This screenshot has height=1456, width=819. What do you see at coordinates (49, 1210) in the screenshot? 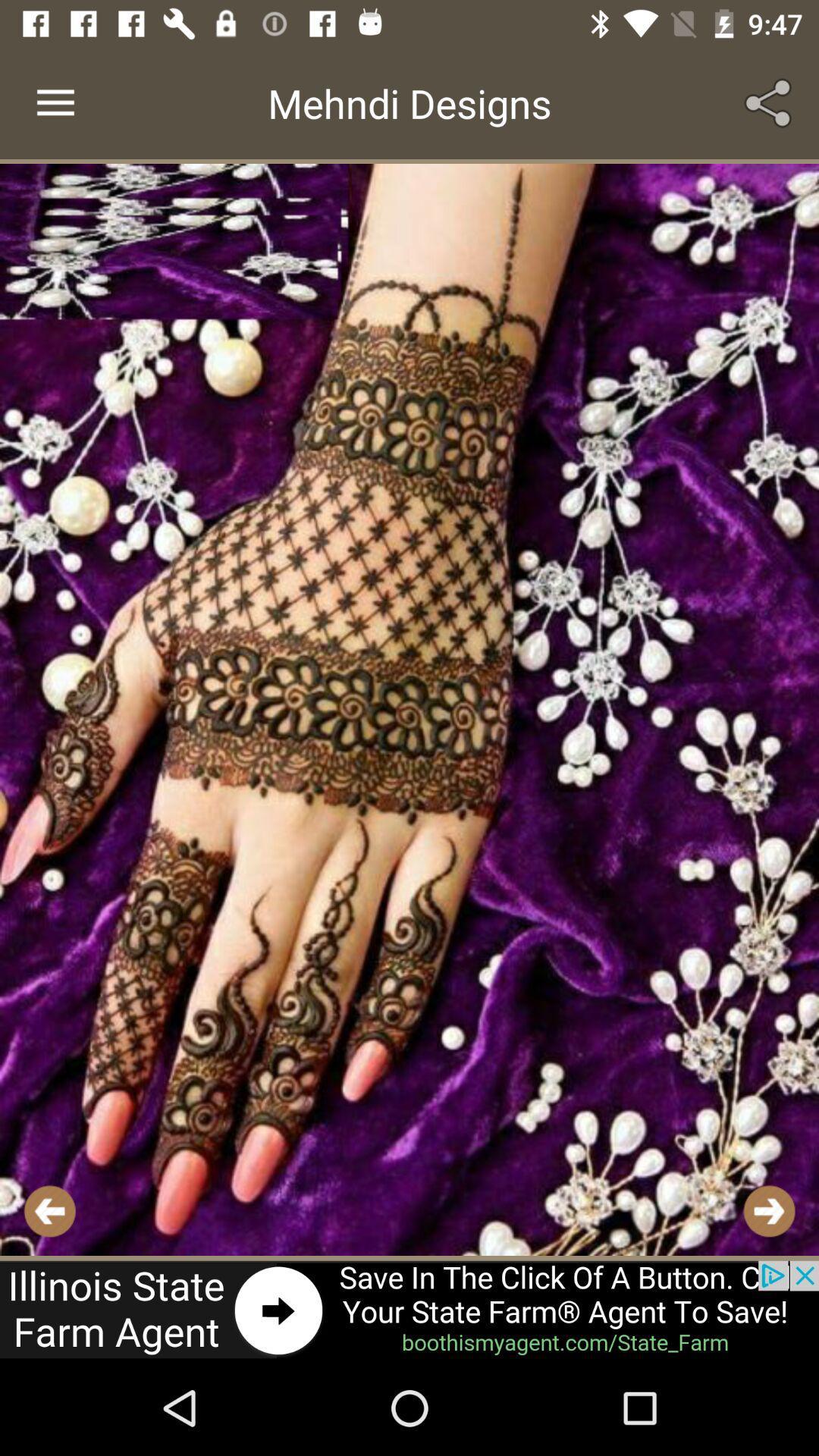
I see `previous image` at bounding box center [49, 1210].